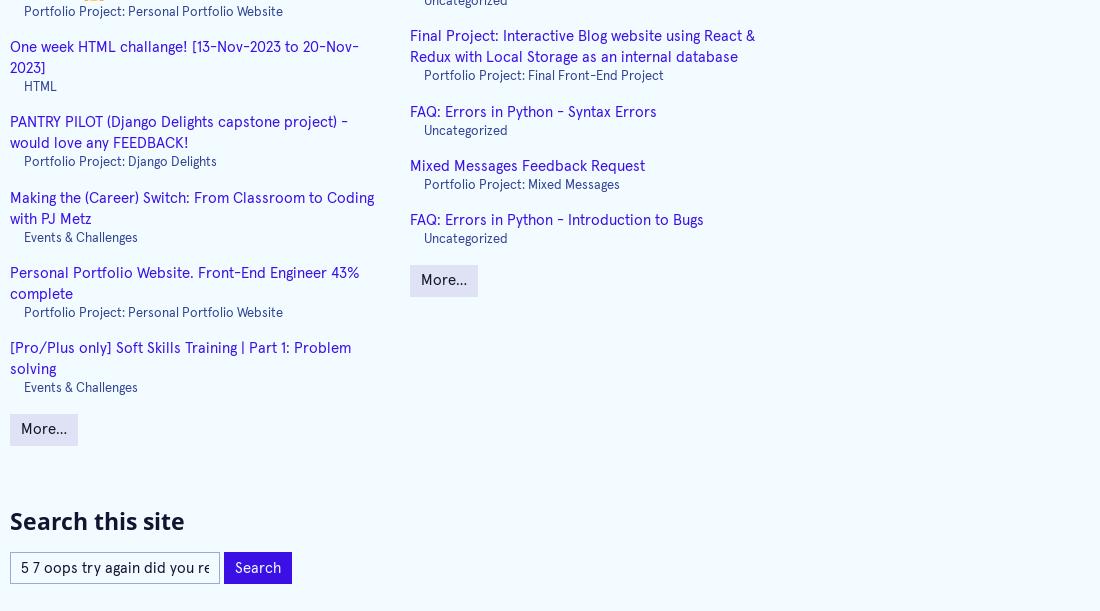 Image resolution: width=1100 pixels, height=611 pixels. Describe the element at coordinates (527, 165) in the screenshot. I see `'Mixed Messages Feedback Request'` at that location.